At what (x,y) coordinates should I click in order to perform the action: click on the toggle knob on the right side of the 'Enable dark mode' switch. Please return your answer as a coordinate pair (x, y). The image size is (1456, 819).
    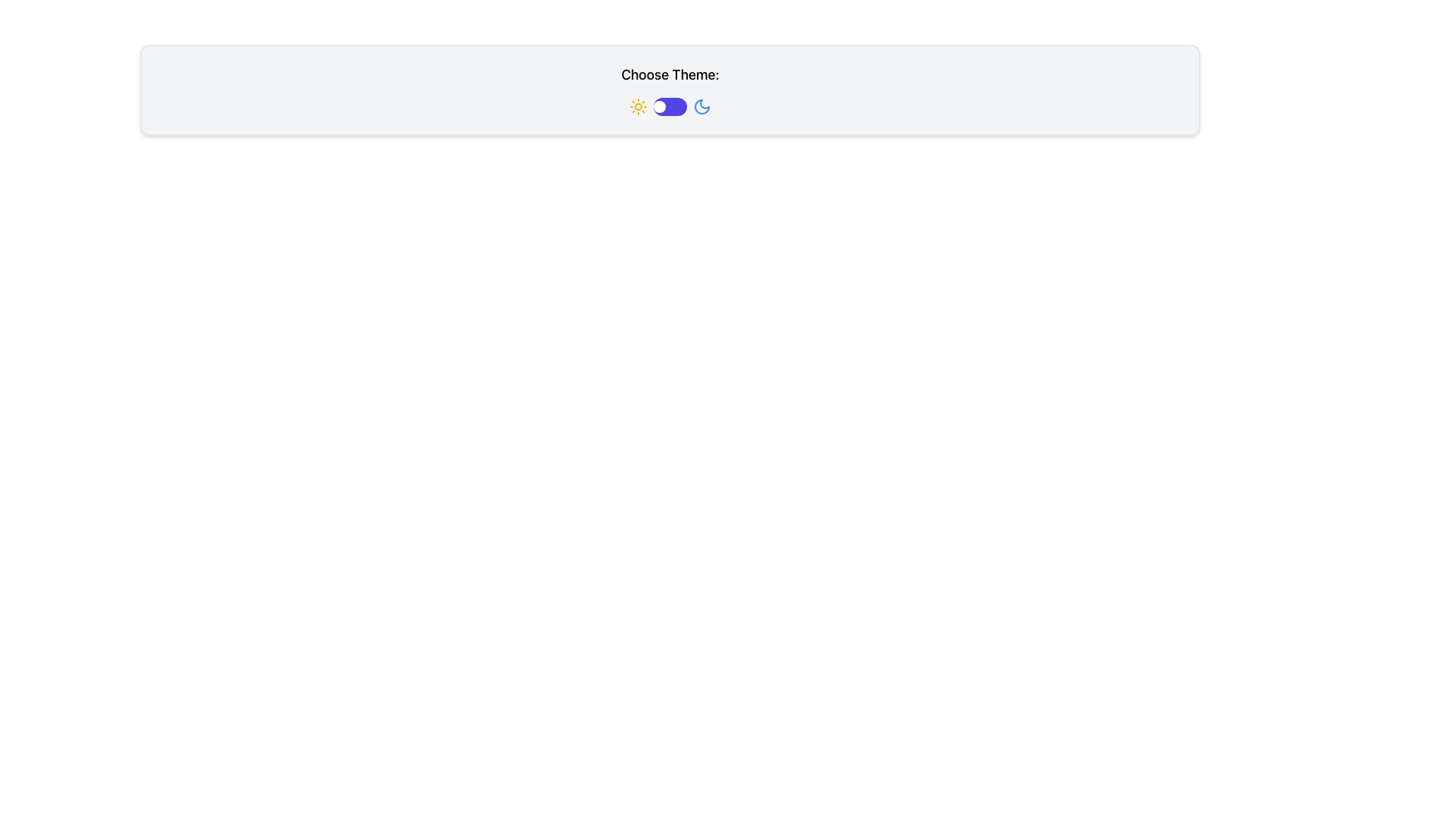
    Looking at the image, I should click on (659, 106).